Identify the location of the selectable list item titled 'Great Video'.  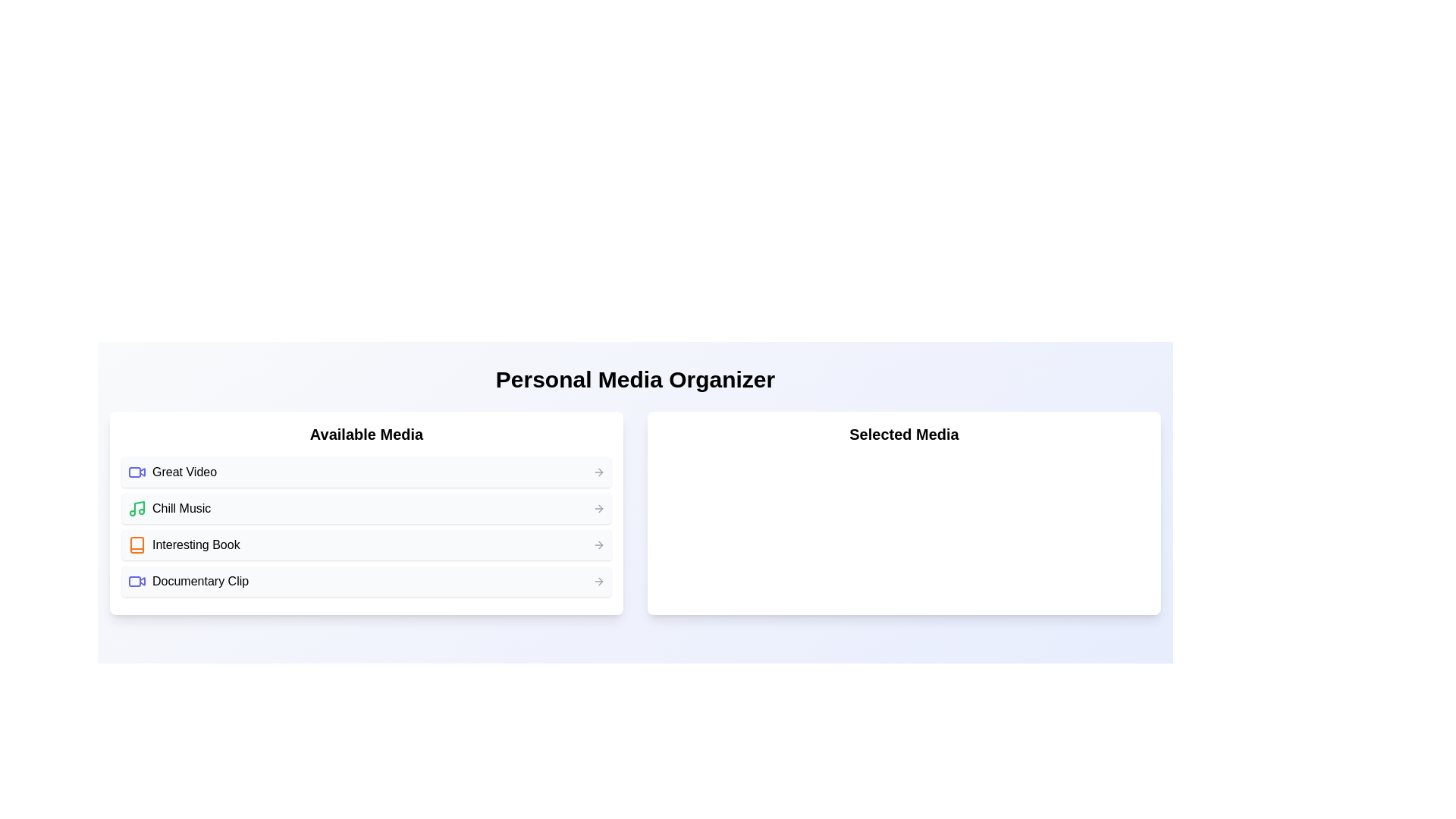
(172, 472).